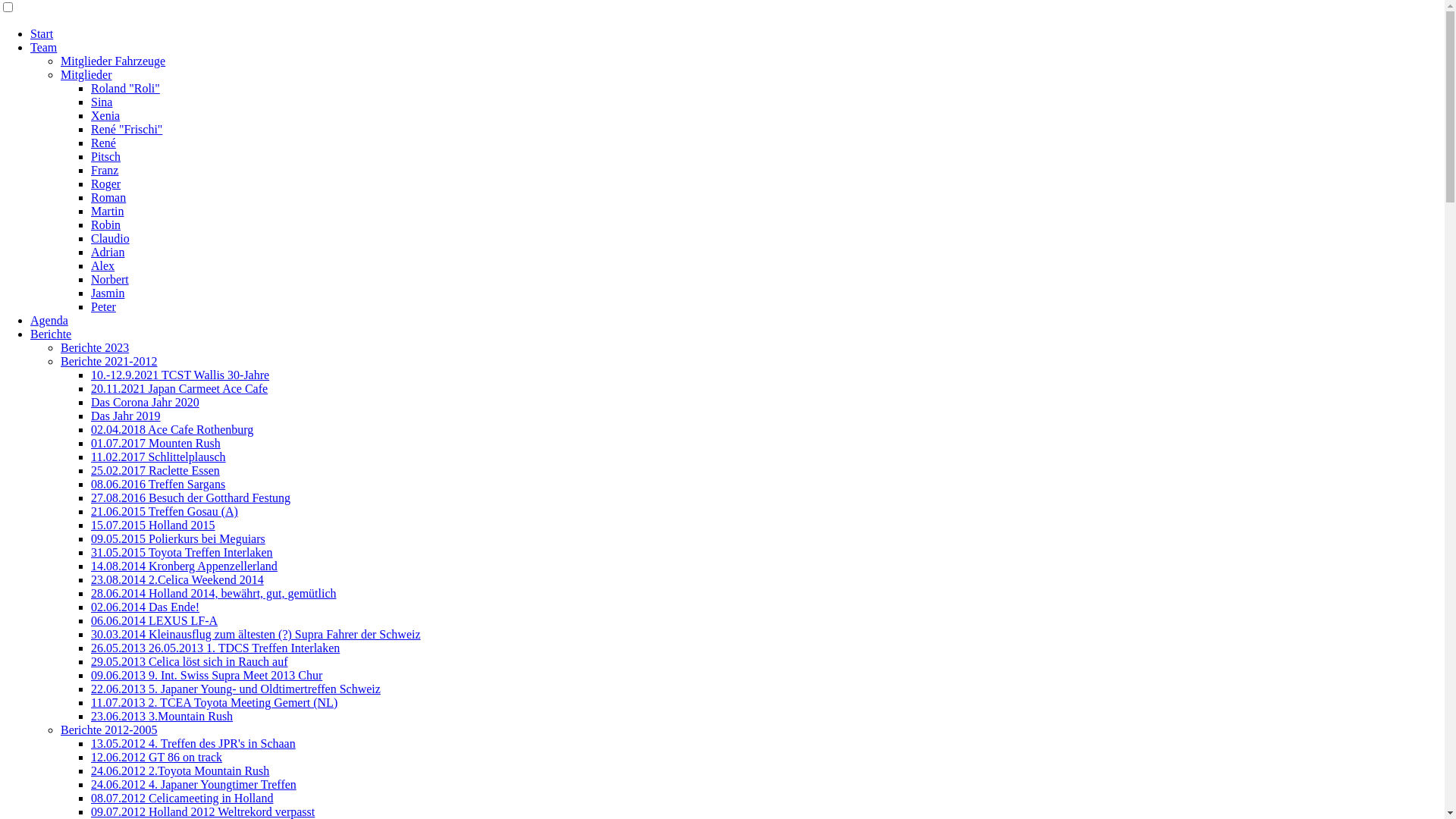 The height and width of the screenshot is (819, 1456). What do you see at coordinates (90, 251) in the screenshot?
I see `'Adrian'` at bounding box center [90, 251].